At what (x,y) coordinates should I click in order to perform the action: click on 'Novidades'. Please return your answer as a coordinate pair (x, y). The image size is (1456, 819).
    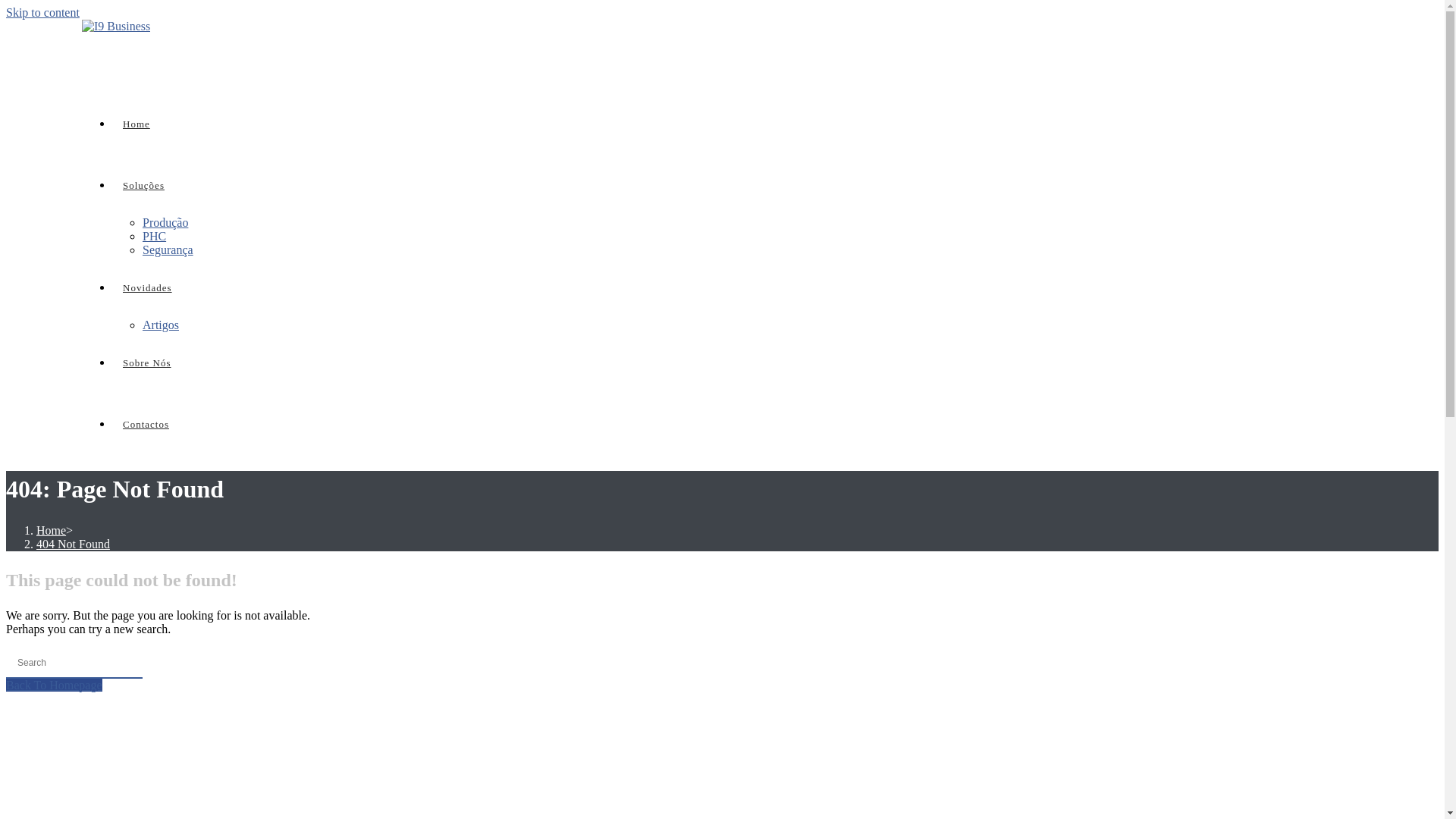
    Looking at the image, I should click on (147, 287).